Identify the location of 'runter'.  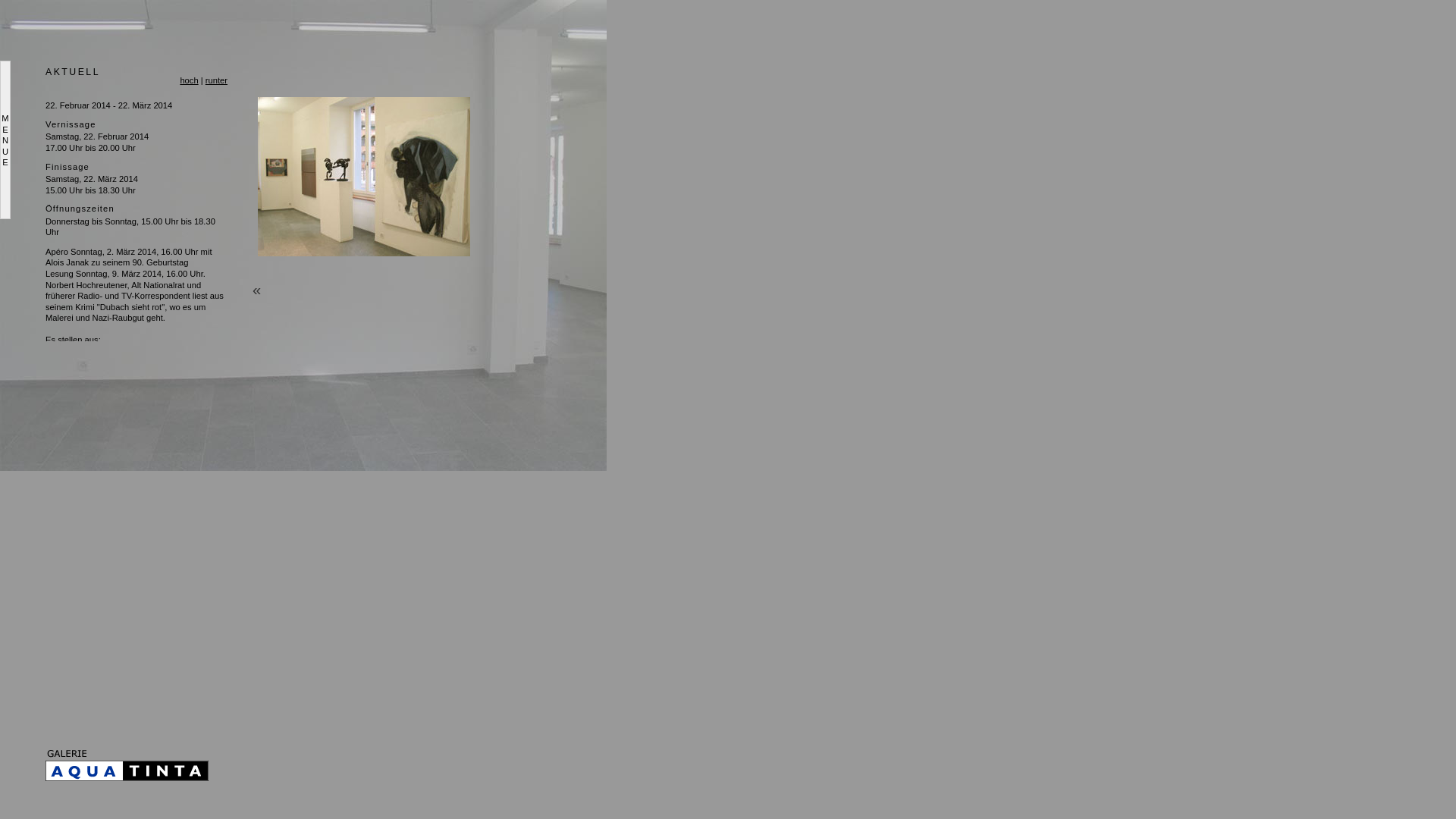
(204, 80).